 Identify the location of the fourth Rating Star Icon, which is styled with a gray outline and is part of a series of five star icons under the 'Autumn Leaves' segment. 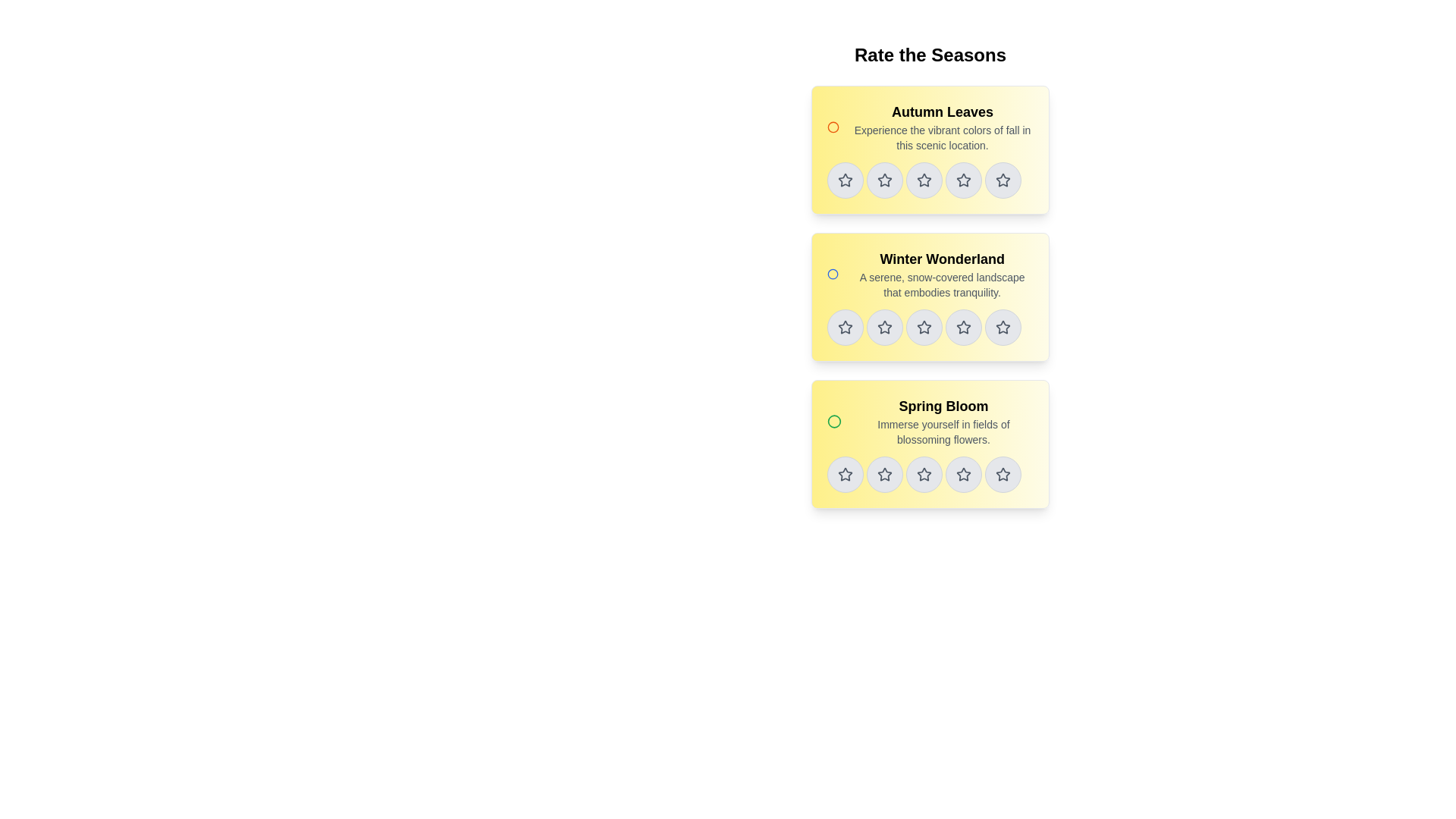
(963, 180).